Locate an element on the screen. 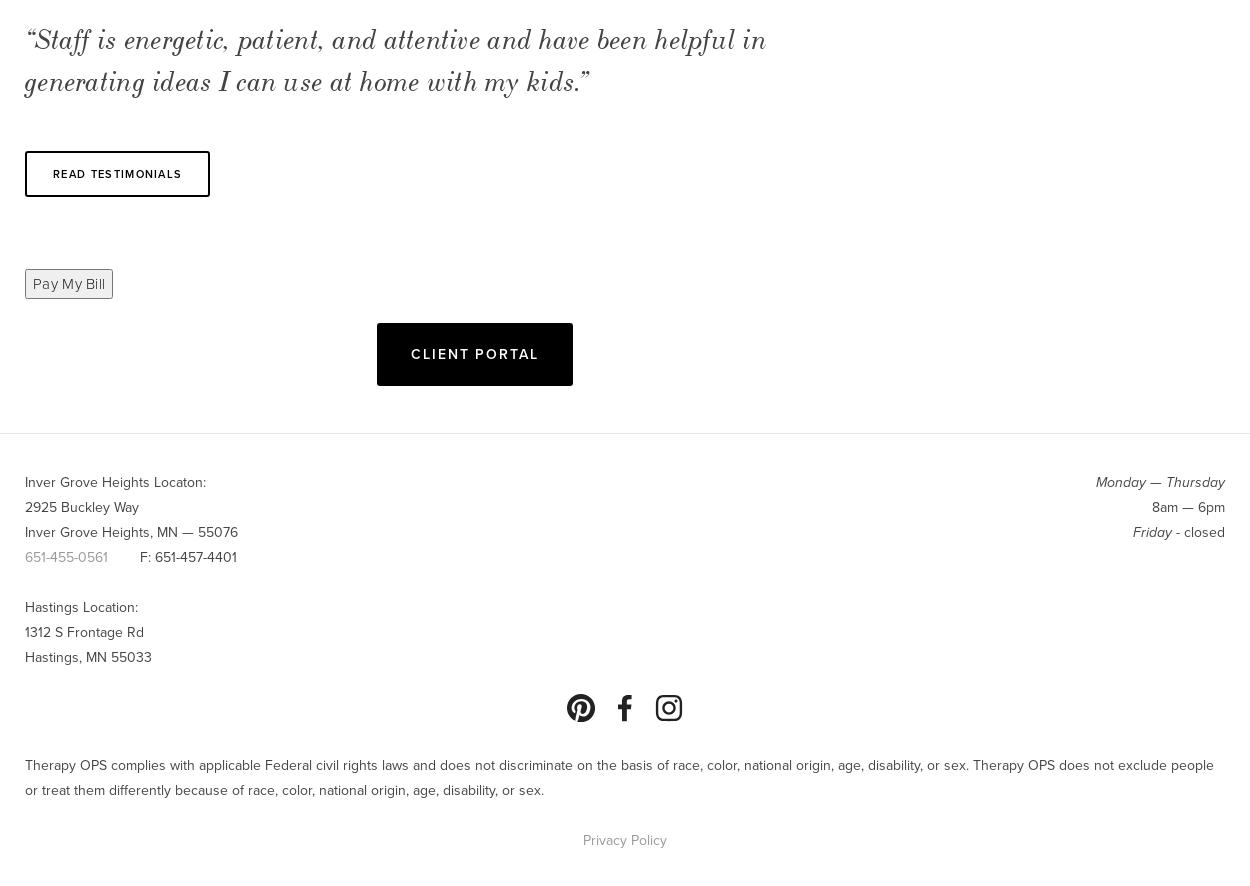 This screenshot has width=1250, height=886. 'Hastings Location:' is located at coordinates (25, 605).